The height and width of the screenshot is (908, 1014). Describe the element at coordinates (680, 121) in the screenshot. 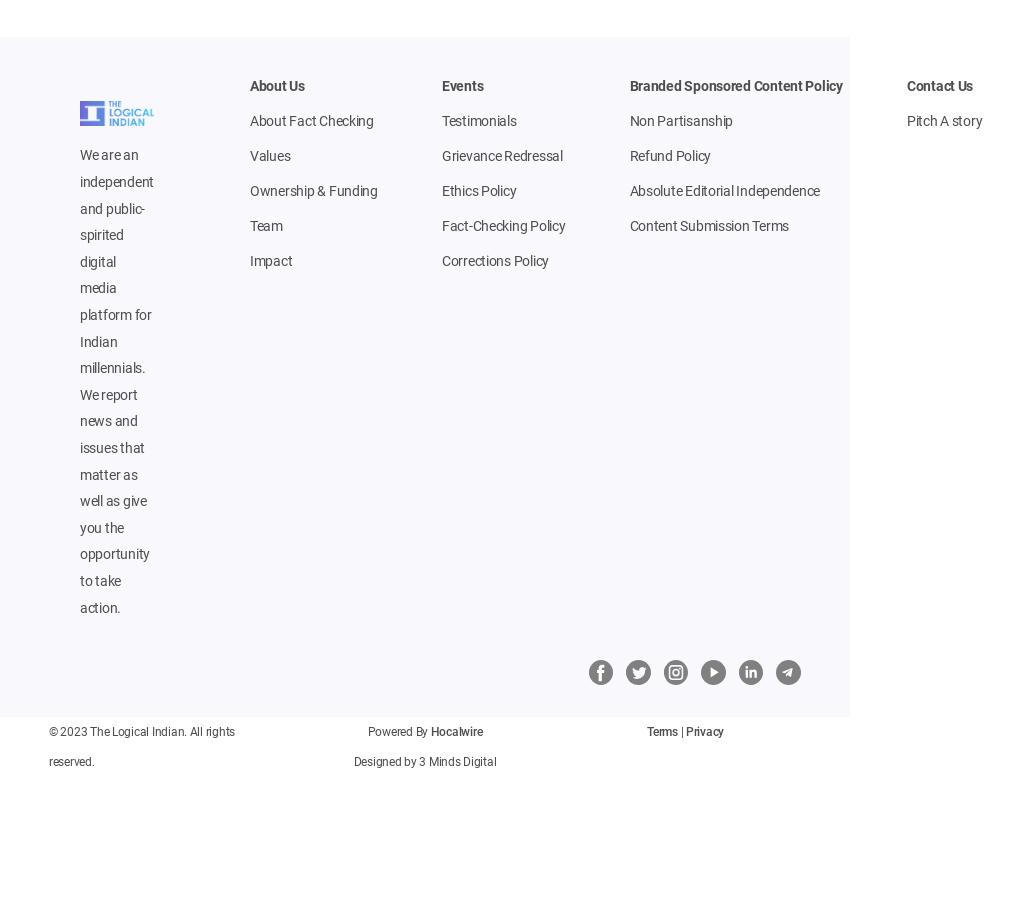

I see `'Non Partisanship'` at that location.